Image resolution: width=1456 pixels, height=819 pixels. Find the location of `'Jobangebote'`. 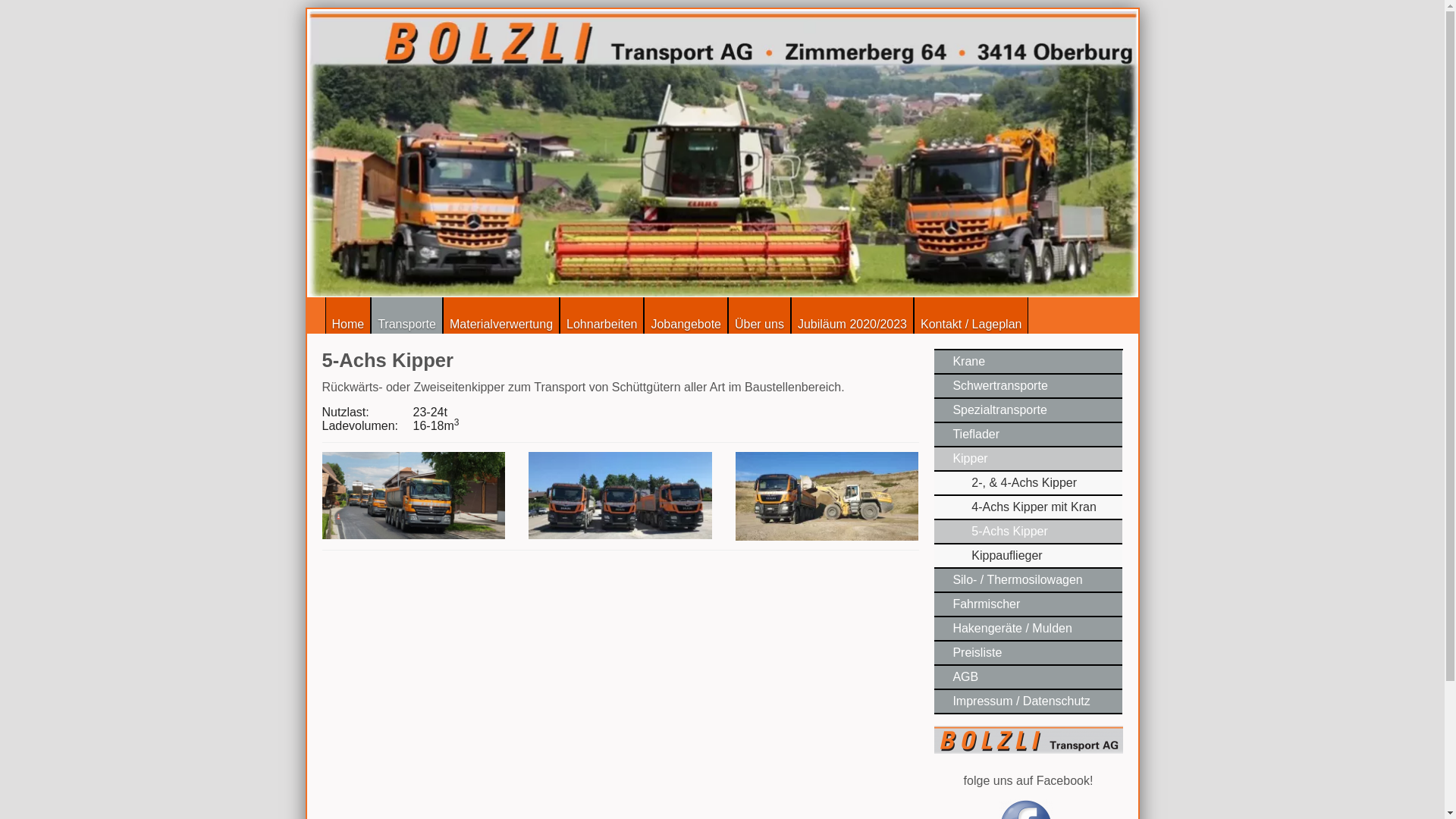

'Jobangebote' is located at coordinates (685, 315).